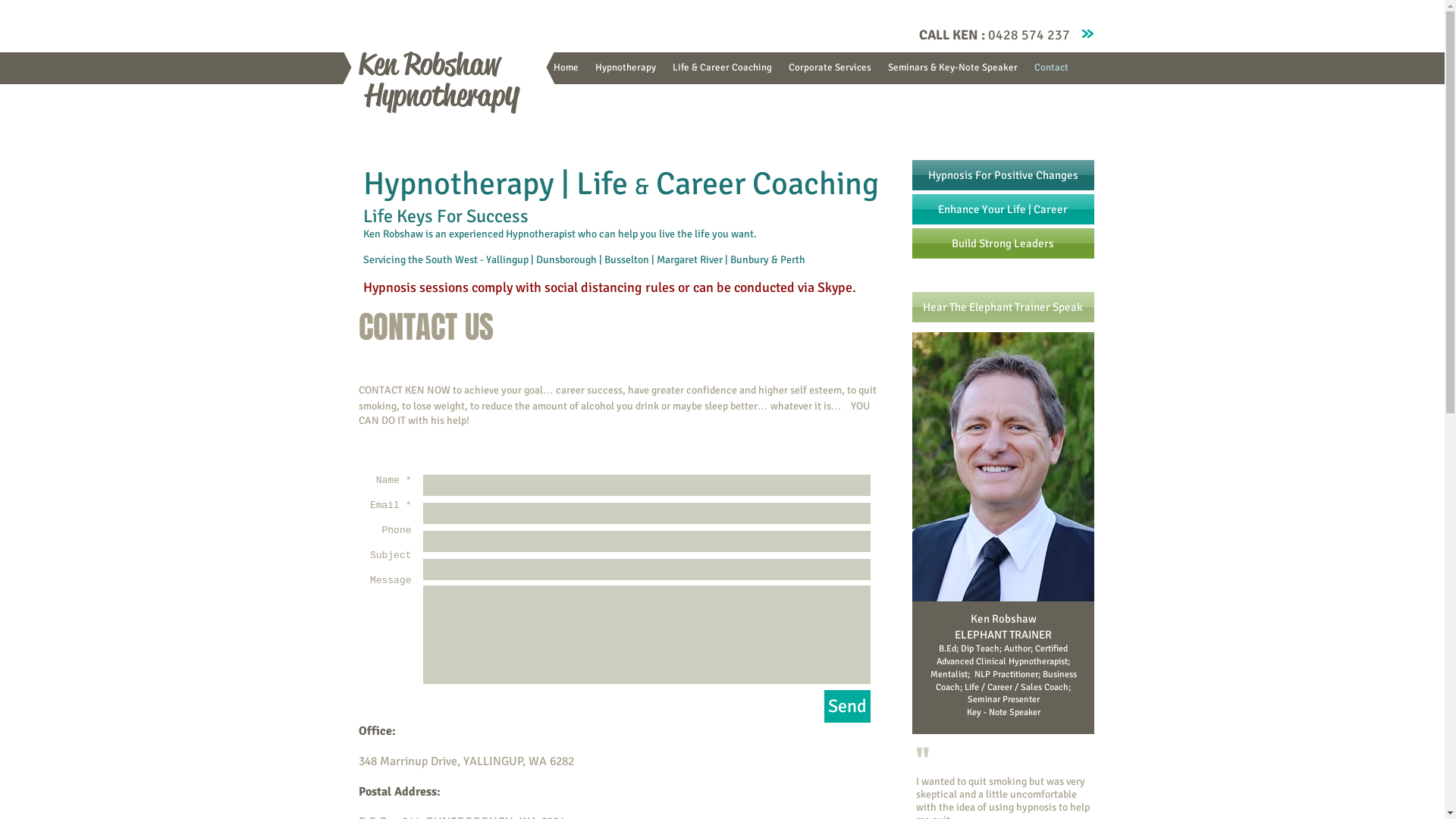  I want to click on 'Build Strong Leaders', so click(1002, 242).